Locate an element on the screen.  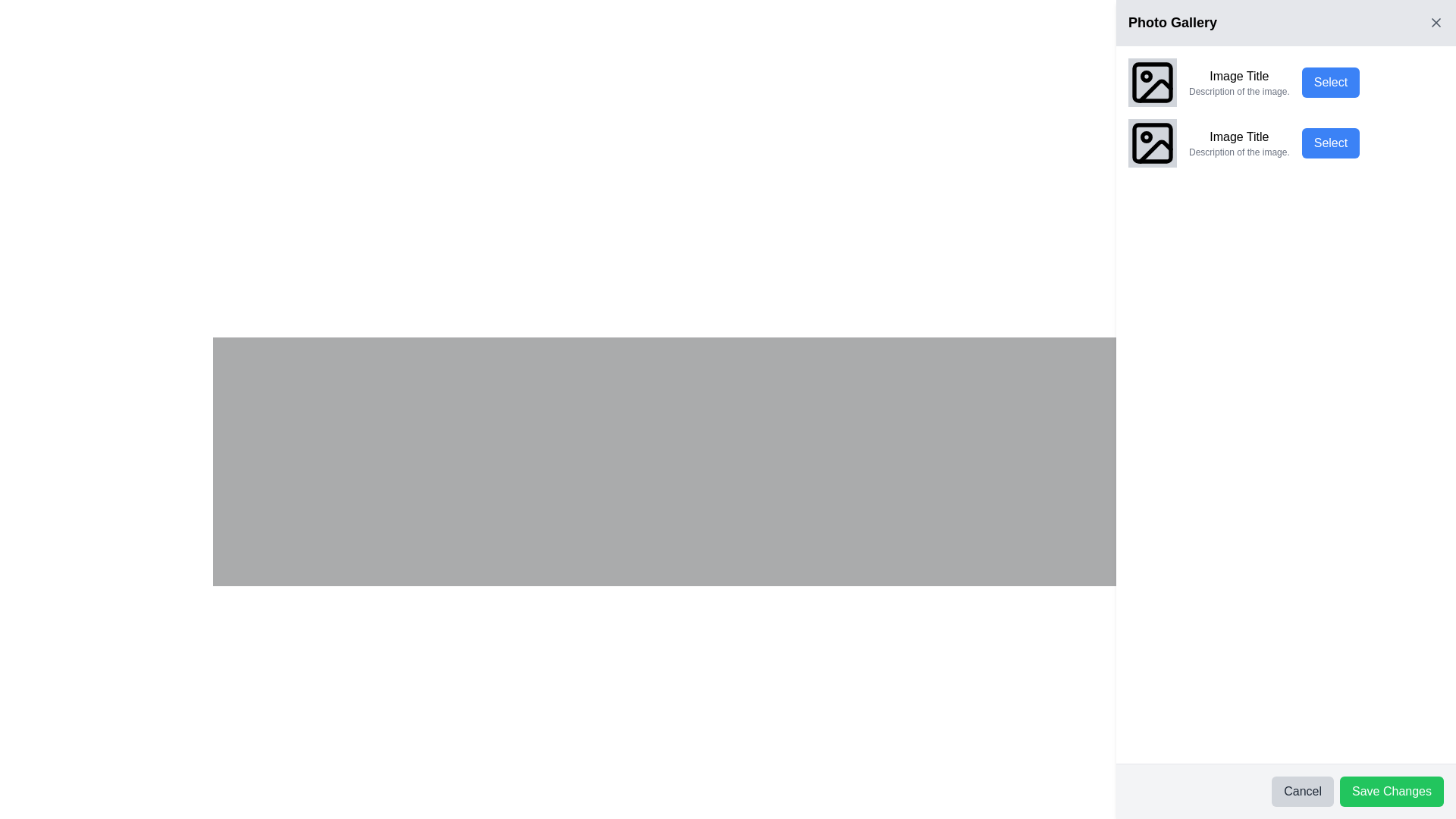
the second text block containing the title and subtitle for an image in the 'Photo Gallery' modal to enhance accessibility is located at coordinates (1239, 143).